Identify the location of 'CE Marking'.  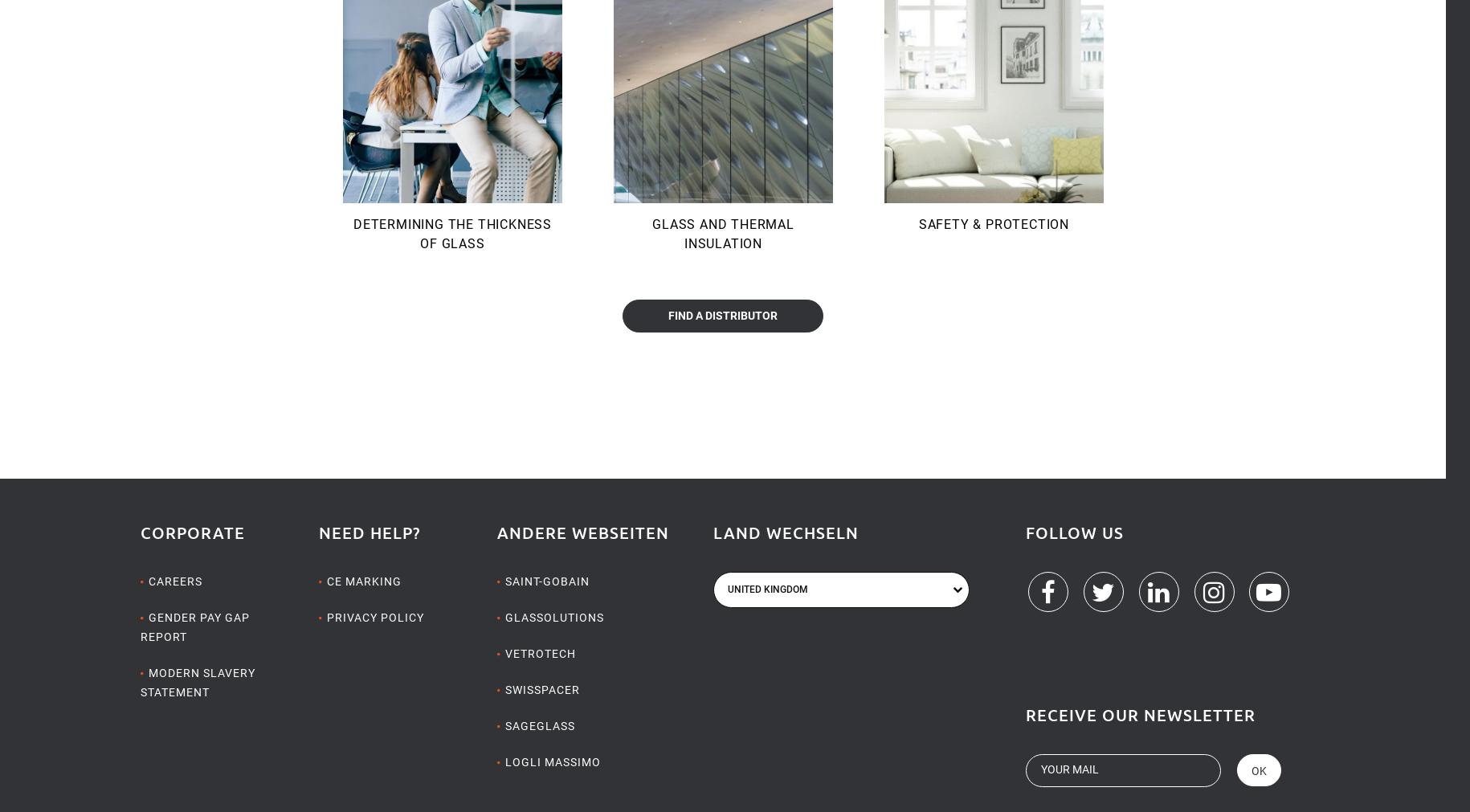
(325, 580).